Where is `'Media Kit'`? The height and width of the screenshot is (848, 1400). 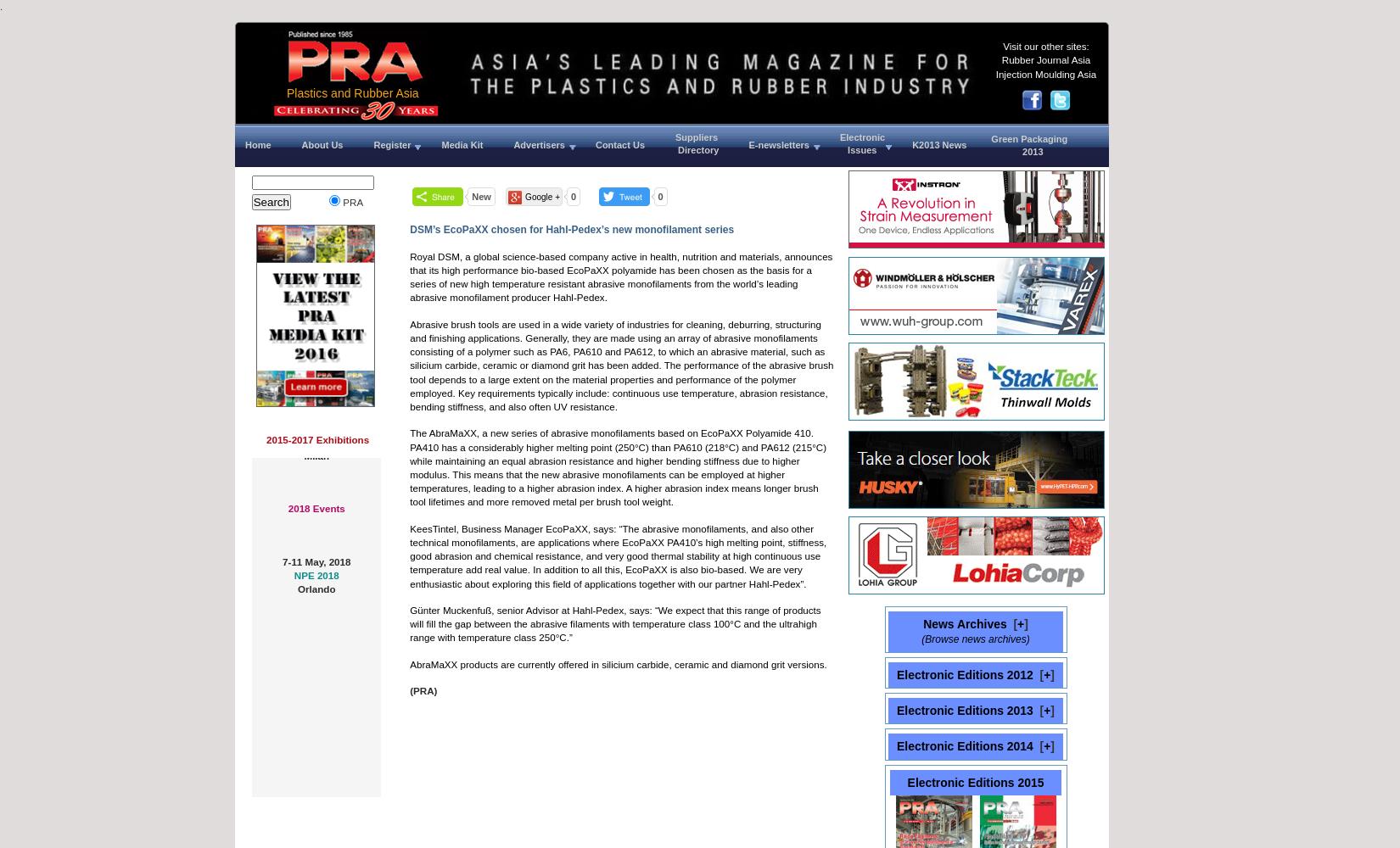
'Media Kit' is located at coordinates (461, 145).